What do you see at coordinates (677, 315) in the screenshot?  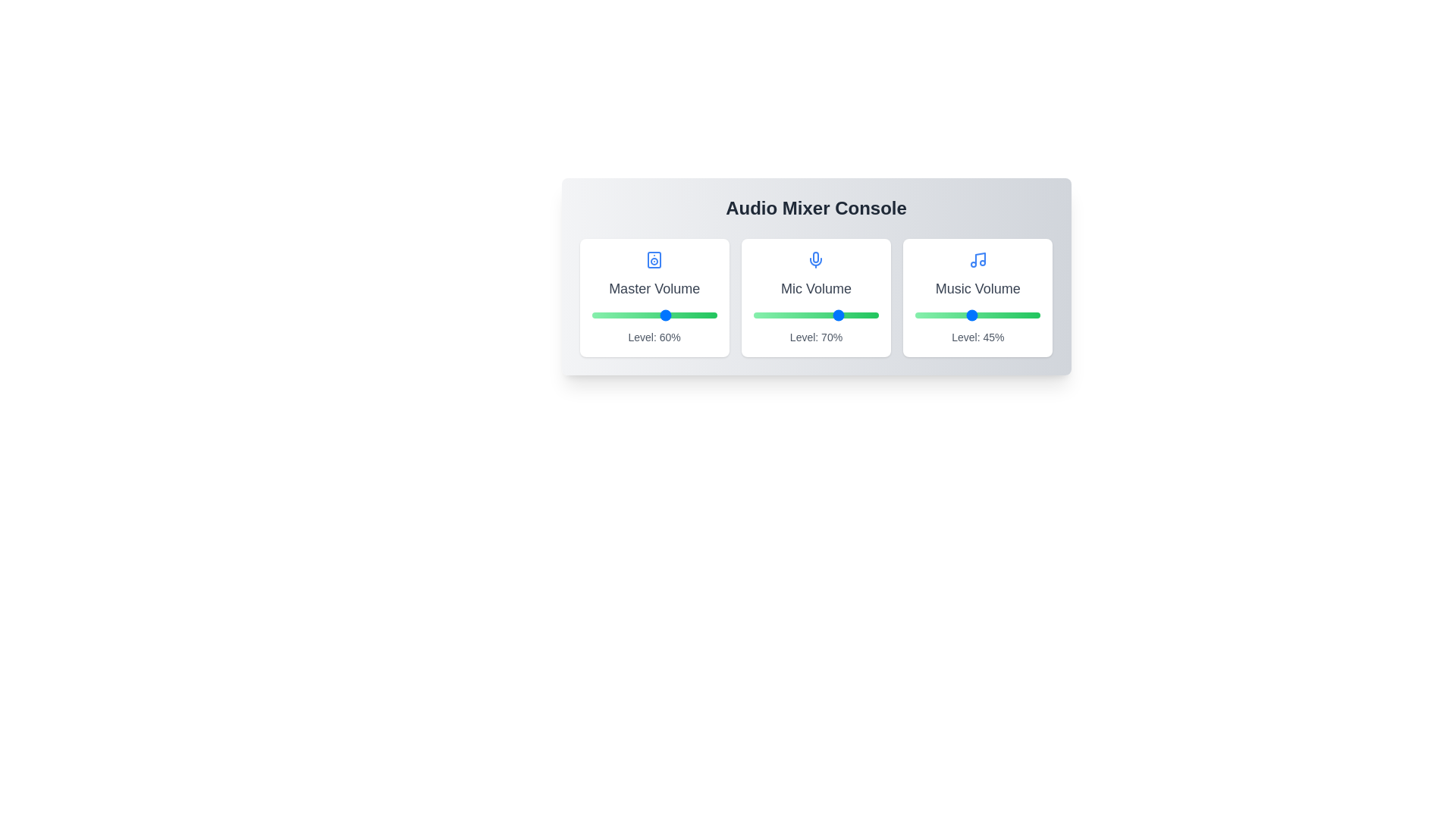 I see `the Master Volume slider to 69%` at bounding box center [677, 315].